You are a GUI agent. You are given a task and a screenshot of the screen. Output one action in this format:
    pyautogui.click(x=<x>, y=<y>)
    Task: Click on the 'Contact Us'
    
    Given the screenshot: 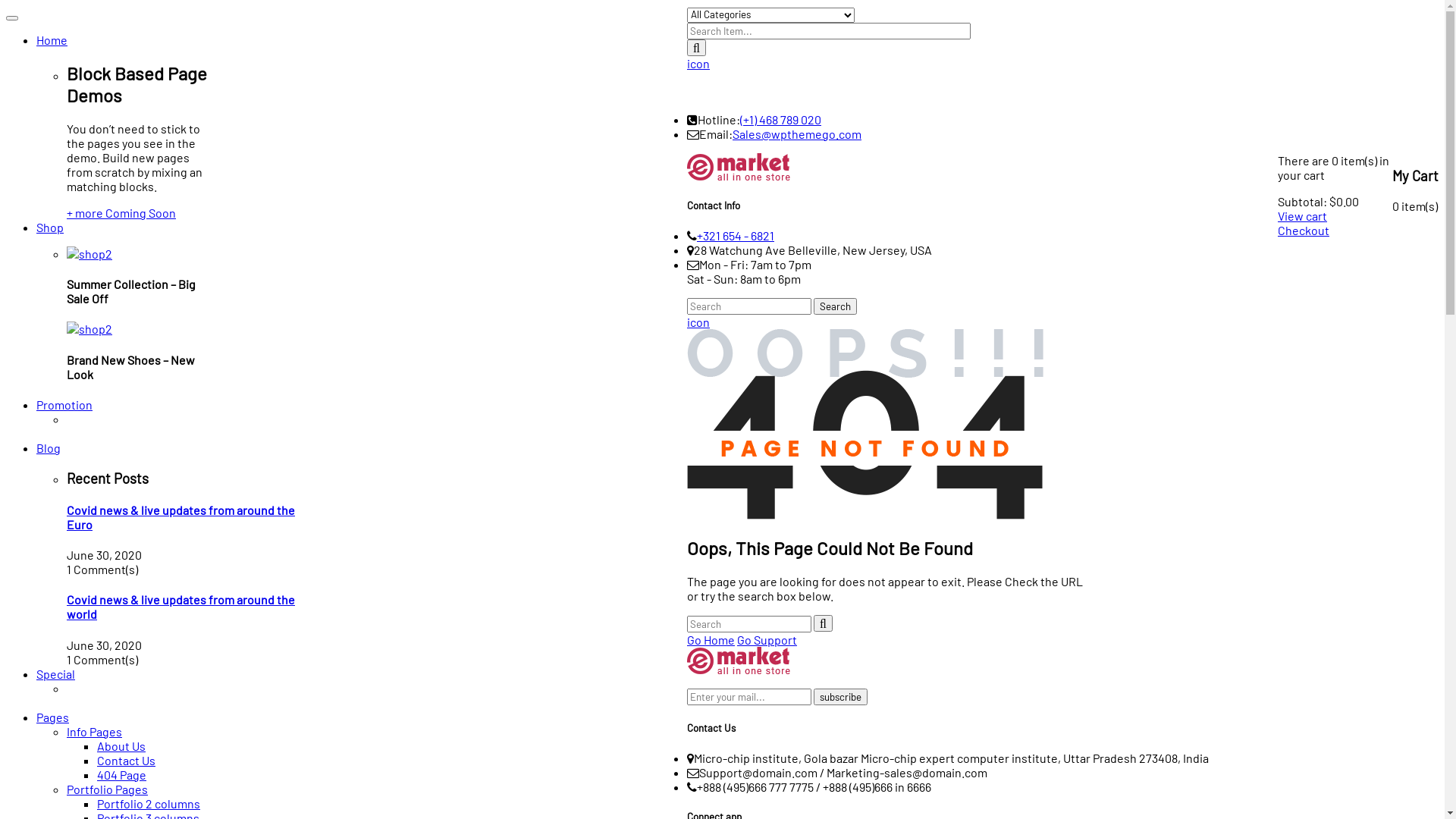 What is the action you would take?
    pyautogui.click(x=126, y=760)
    